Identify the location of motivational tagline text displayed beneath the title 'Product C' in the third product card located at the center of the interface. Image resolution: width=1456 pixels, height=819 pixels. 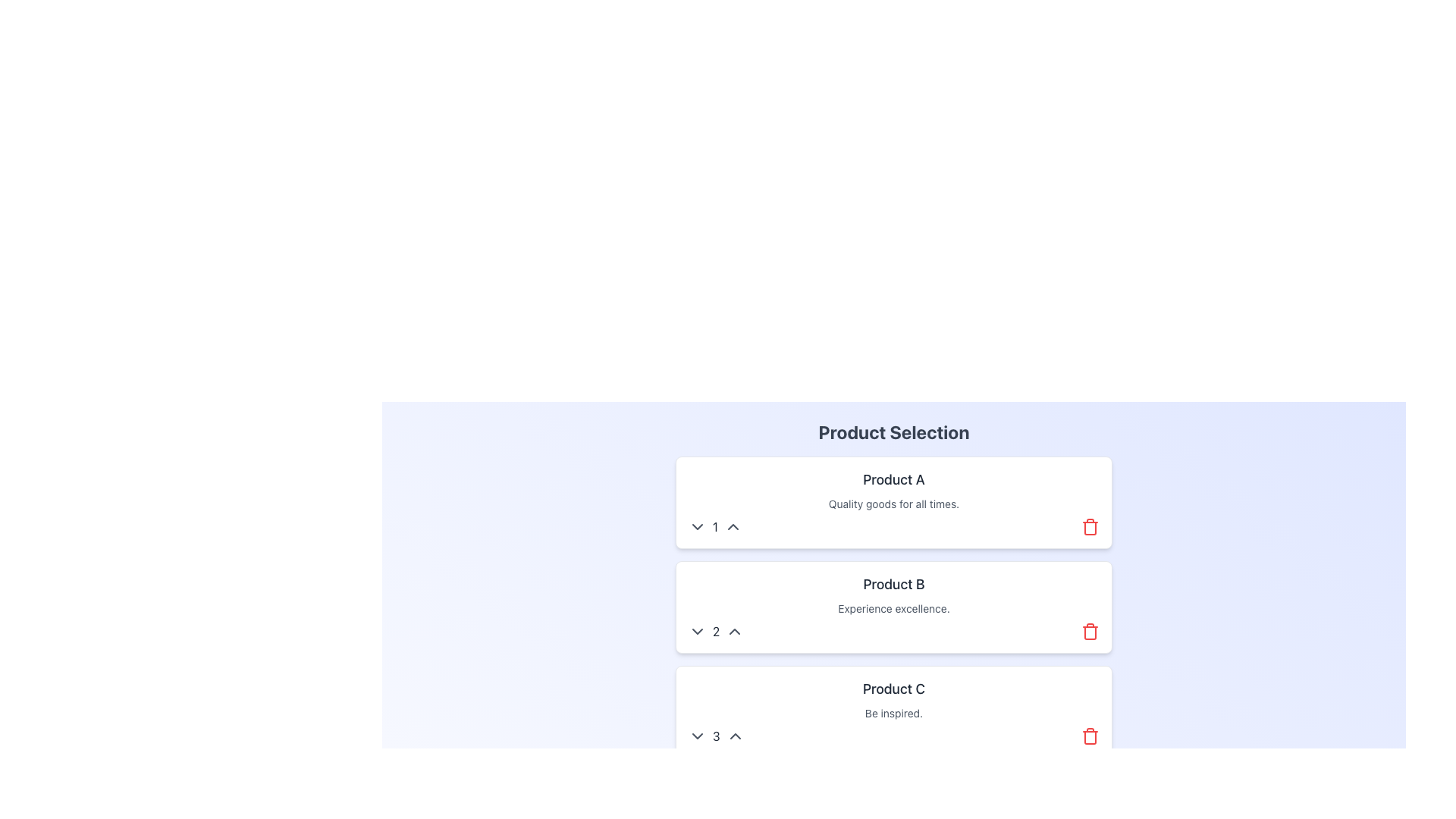
(894, 714).